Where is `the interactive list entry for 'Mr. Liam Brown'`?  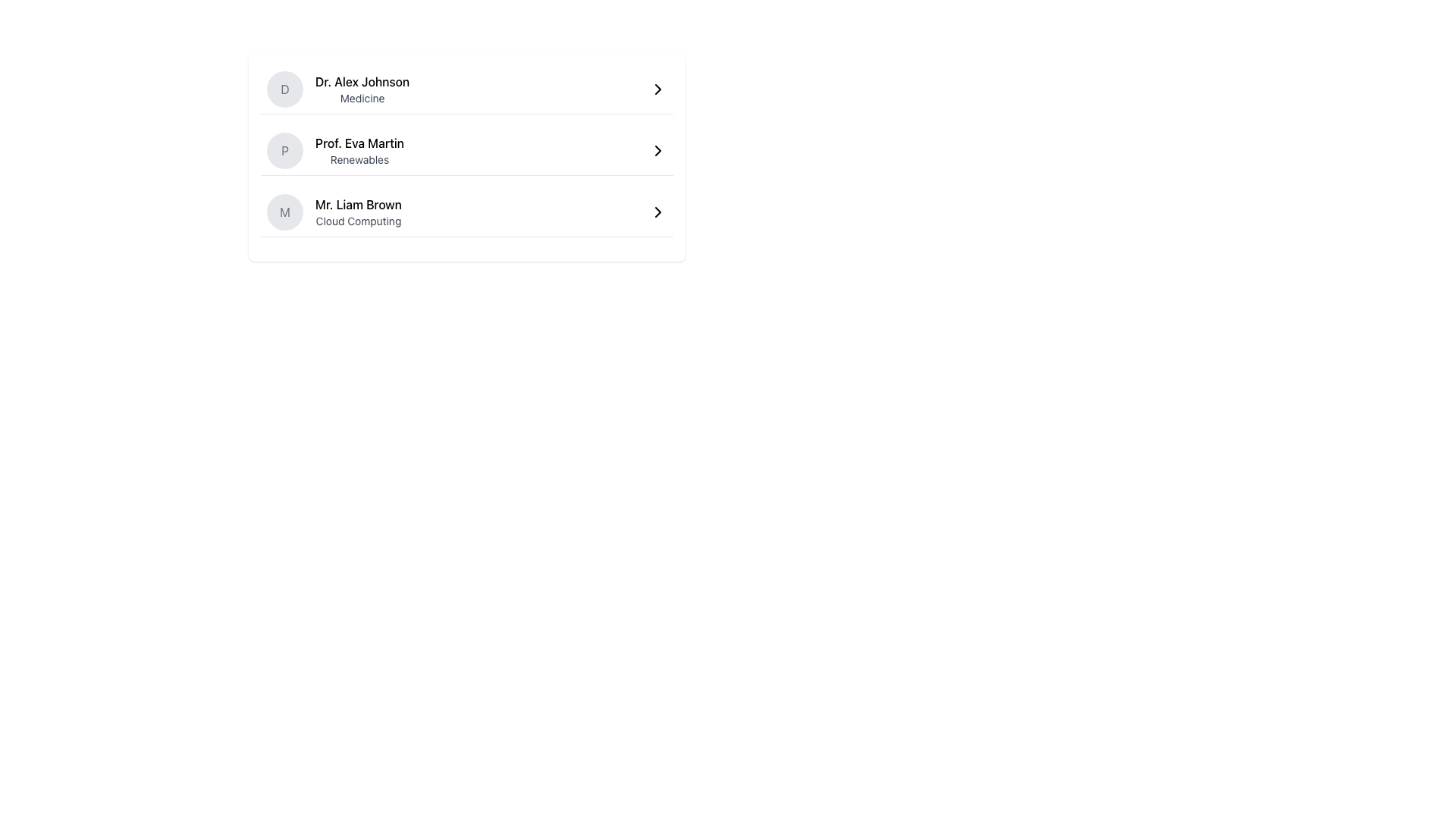 the interactive list entry for 'Mr. Liam Brown' is located at coordinates (466, 212).